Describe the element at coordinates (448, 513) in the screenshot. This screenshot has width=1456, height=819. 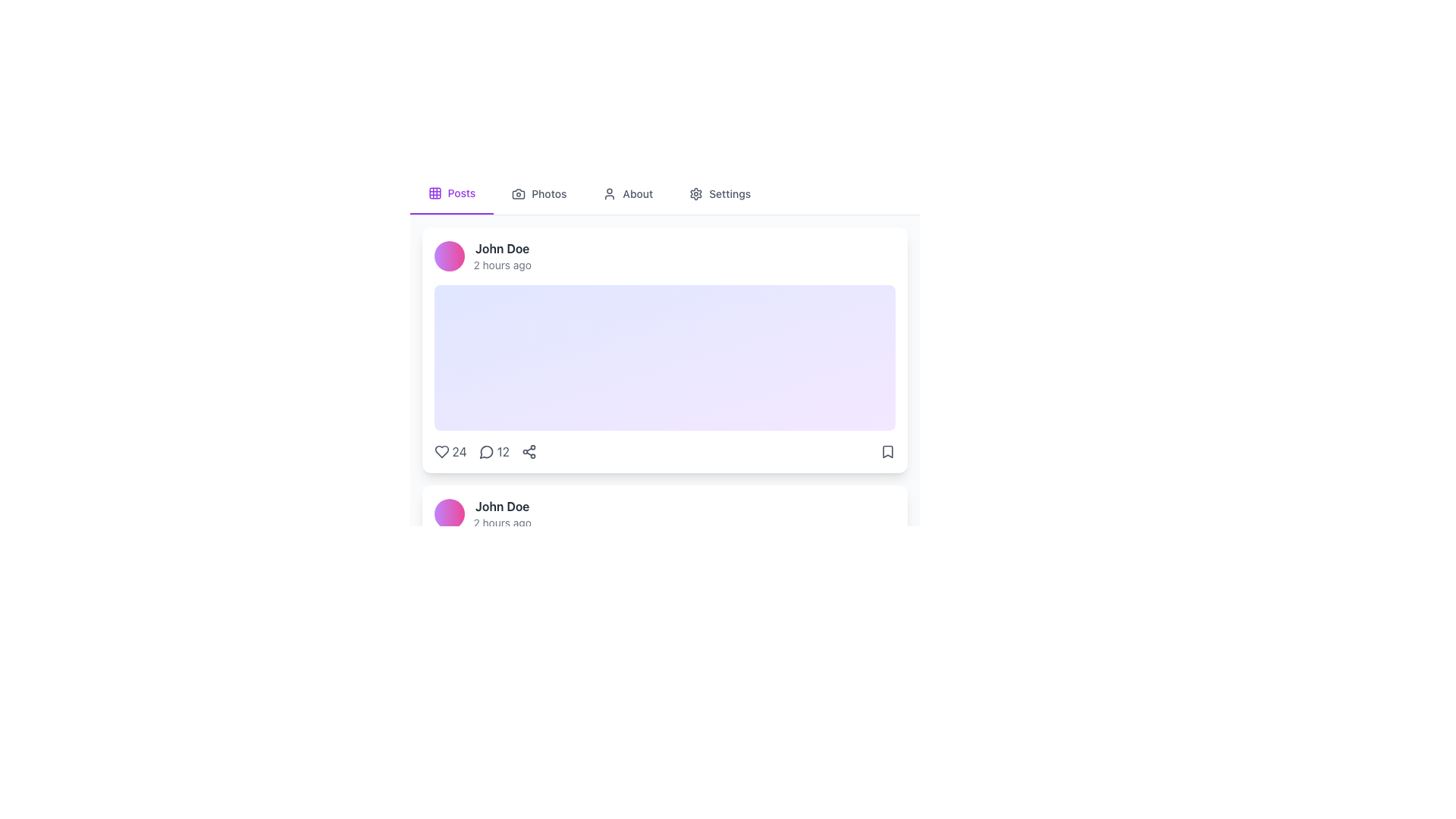
I see `the circular gradient Avatar element that transitions from purple to pink, located next to 'John Doe' and '2 hours ago'` at that location.